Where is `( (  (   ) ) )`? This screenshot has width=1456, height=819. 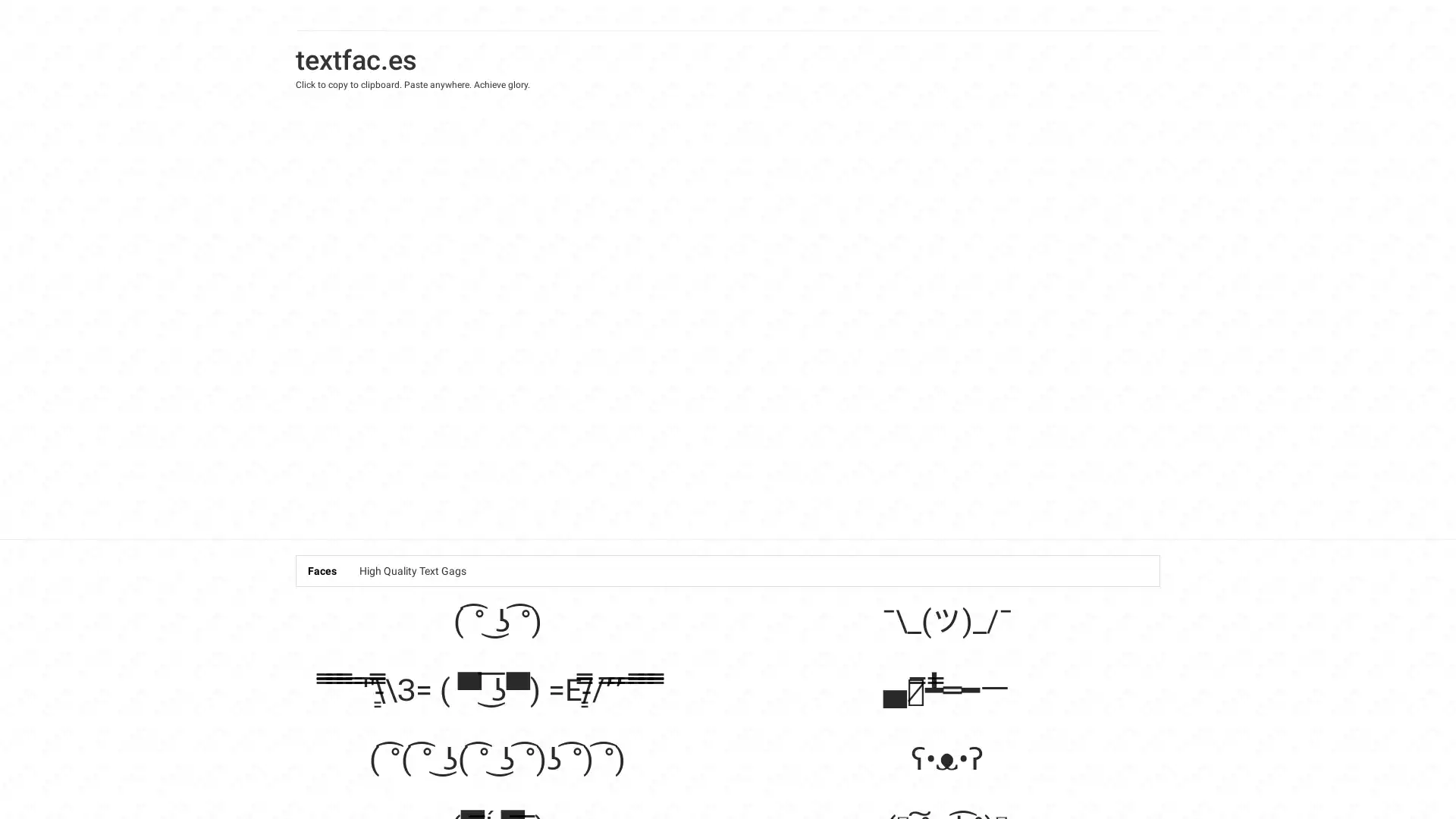 ( (  (   ) ) ) is located at coordinates (497, 758).